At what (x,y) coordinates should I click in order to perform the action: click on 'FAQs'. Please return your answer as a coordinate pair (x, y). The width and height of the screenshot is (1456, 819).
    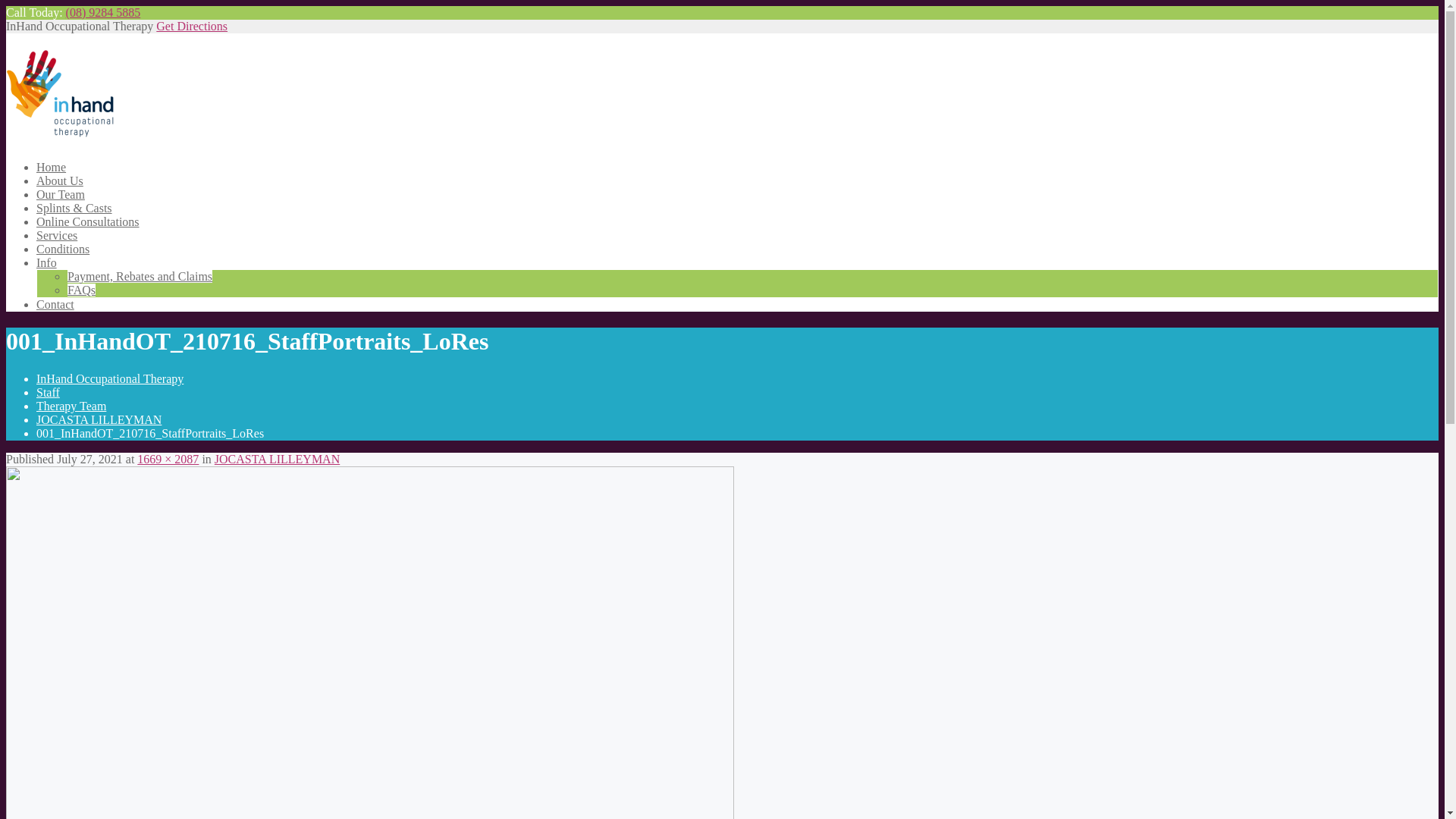
    Looking at the image, I should click on (80, 290).